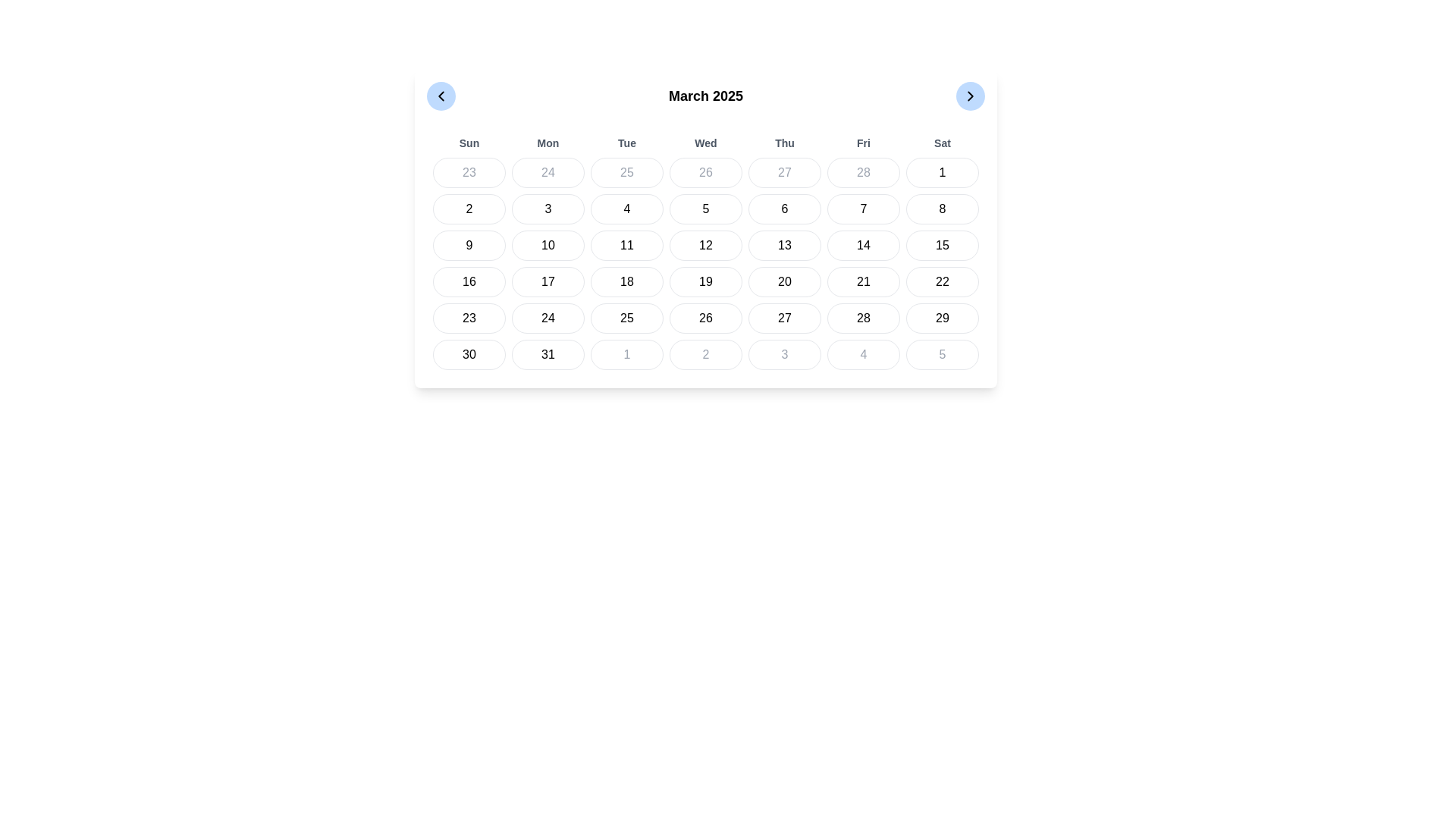 The width and height of the screenshot is (1456, 819). What do you see at coordinates (705, 318) in the screenshot?
I see `the Day selection button representing the number '26' in a circular shape located in the fourth column of the fifth row of the calendar grid` at bounding box center [705, 318].